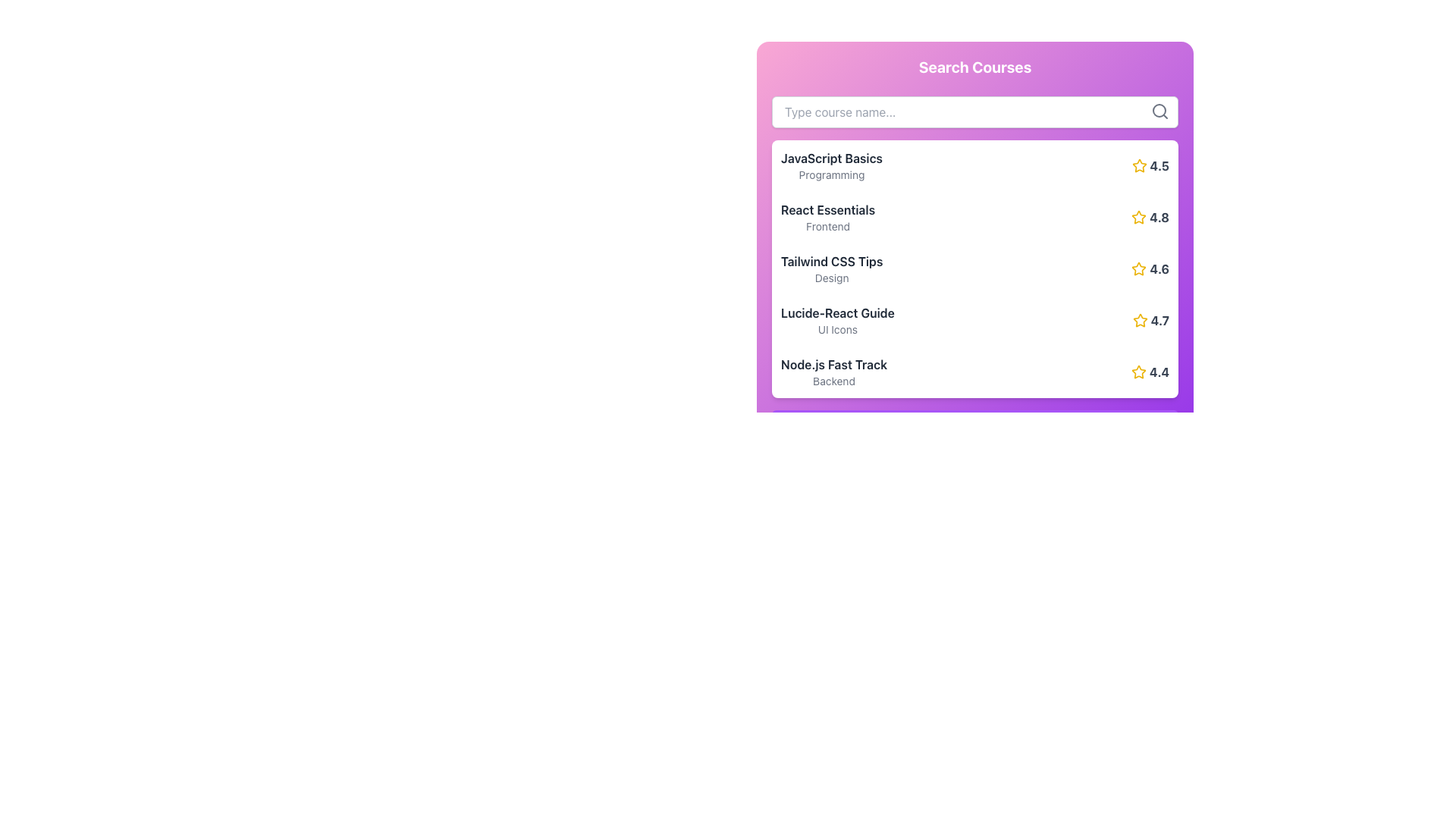 The height and width of the screenshot is (819, 1456). I want to click on the search icon located at the upper-right corner of the input field, which is used to initiate a search operation, so click(1159, 110).